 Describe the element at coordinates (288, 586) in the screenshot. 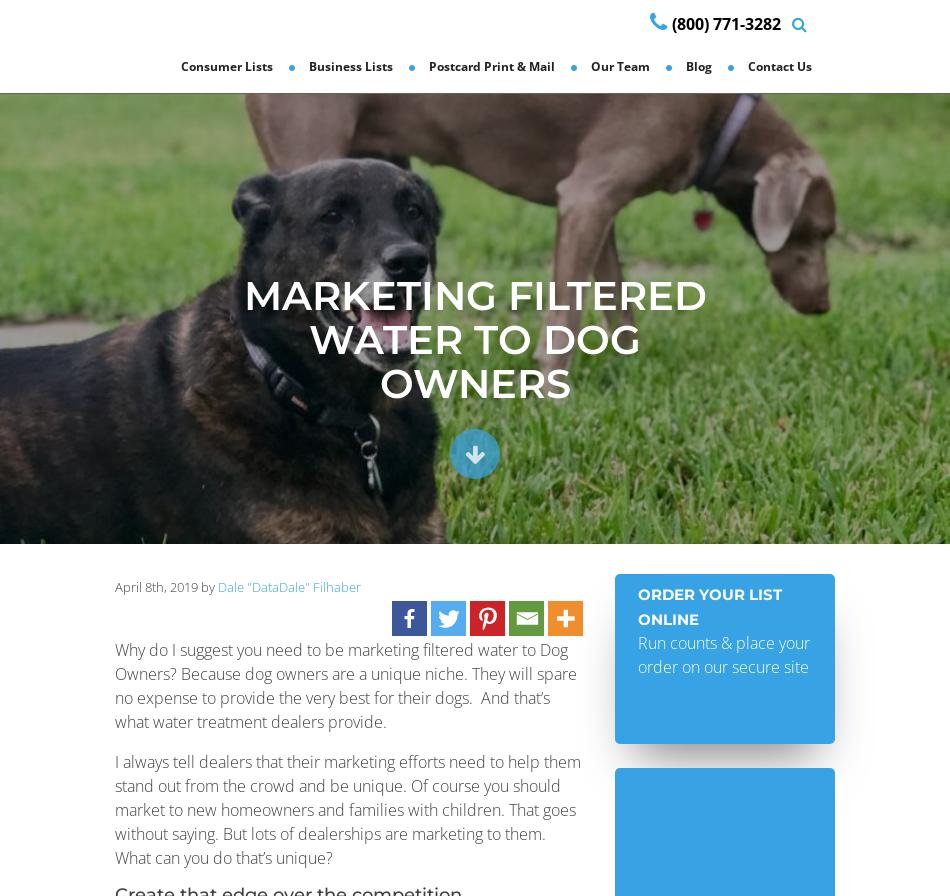

I see `'Dale "DataDale" Filhaber'` at that location.